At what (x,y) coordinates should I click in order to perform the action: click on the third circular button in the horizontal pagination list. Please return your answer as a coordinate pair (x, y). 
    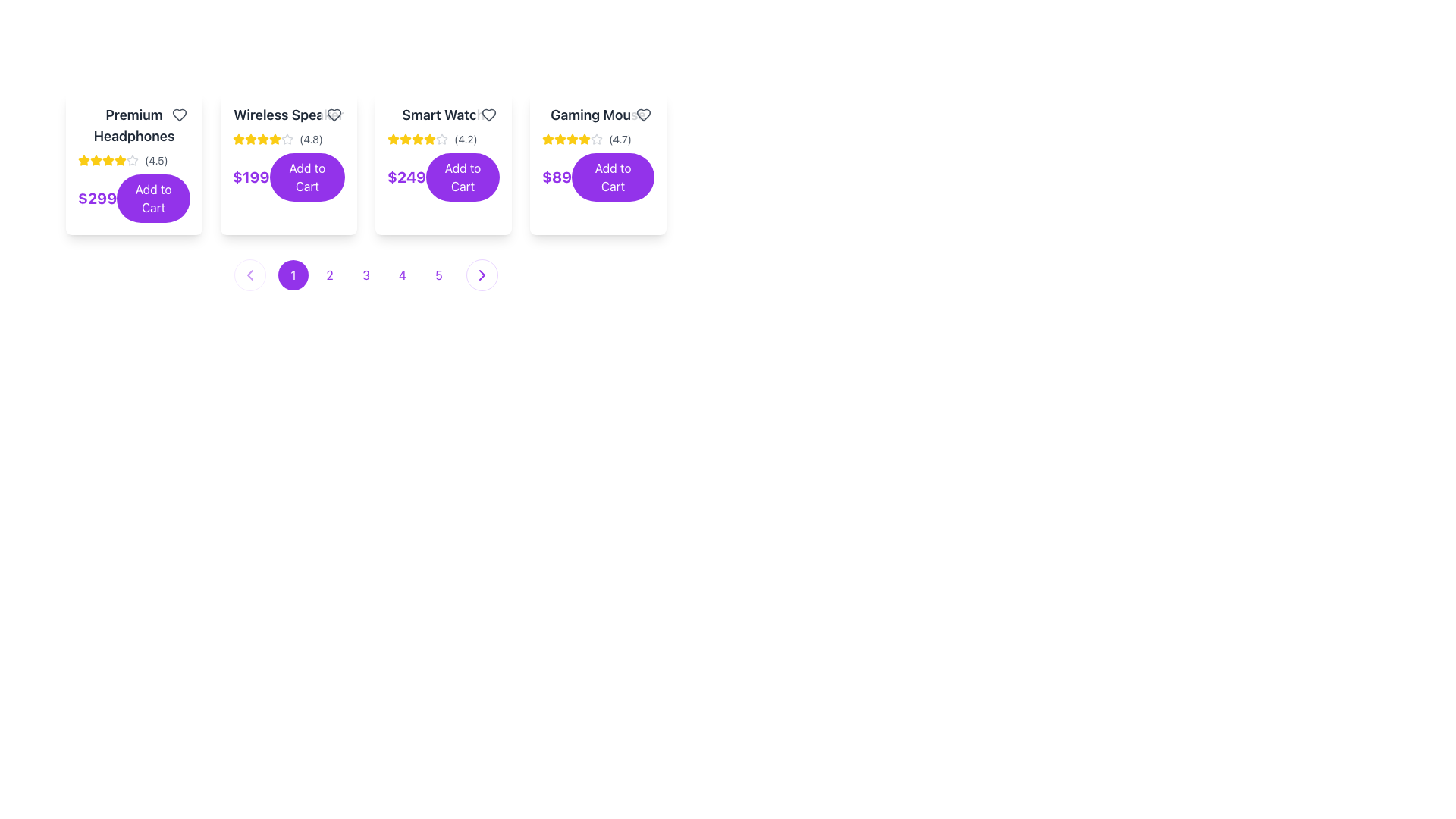
    Looking at the image, I should click on (366, 275).